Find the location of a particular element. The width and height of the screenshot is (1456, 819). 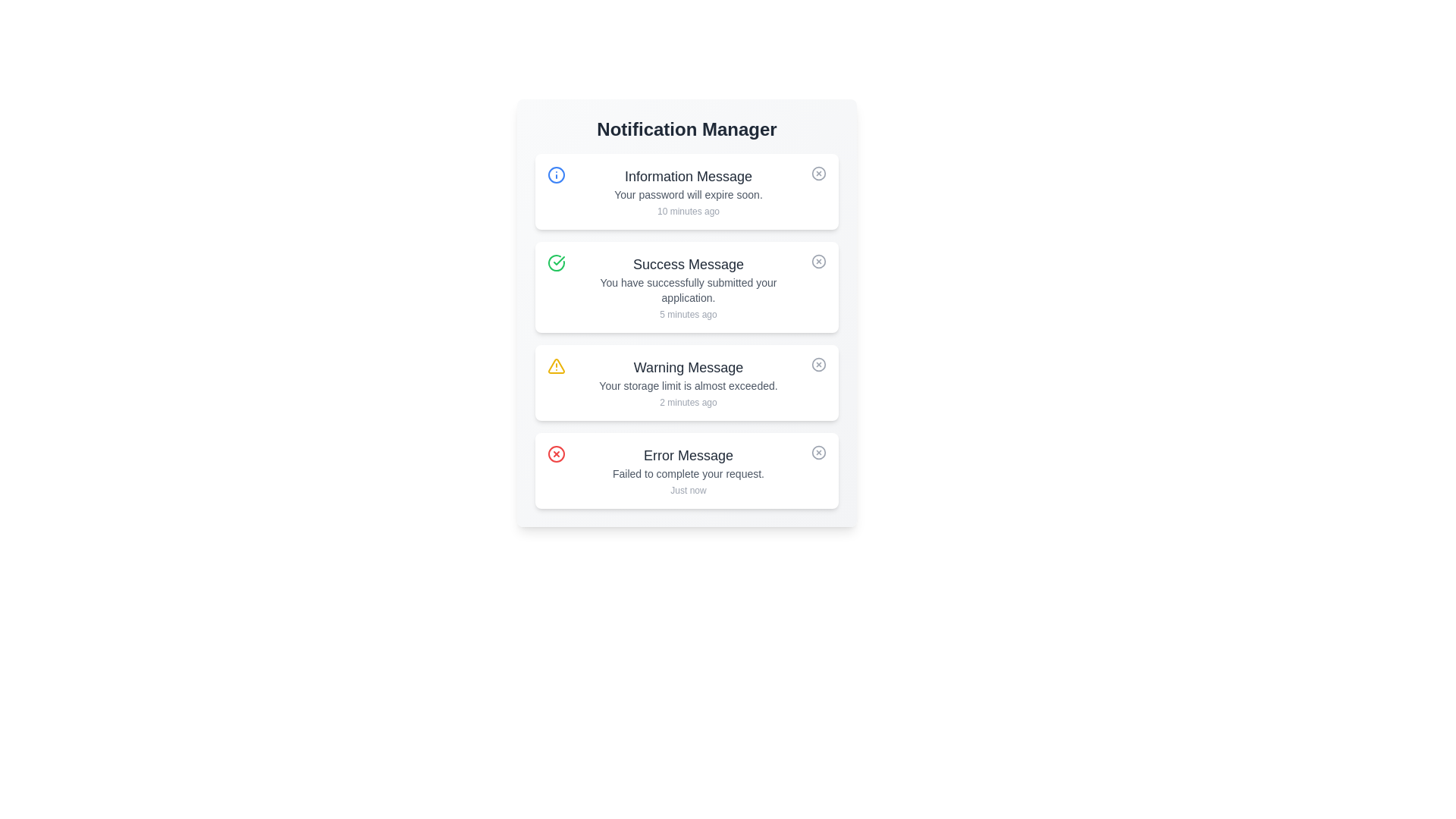

text content of the Text Label displaying 'Error Message' in bold, large font, styled with a dark gray color, located at the top of the notification card is located at coordinates (687, 455).